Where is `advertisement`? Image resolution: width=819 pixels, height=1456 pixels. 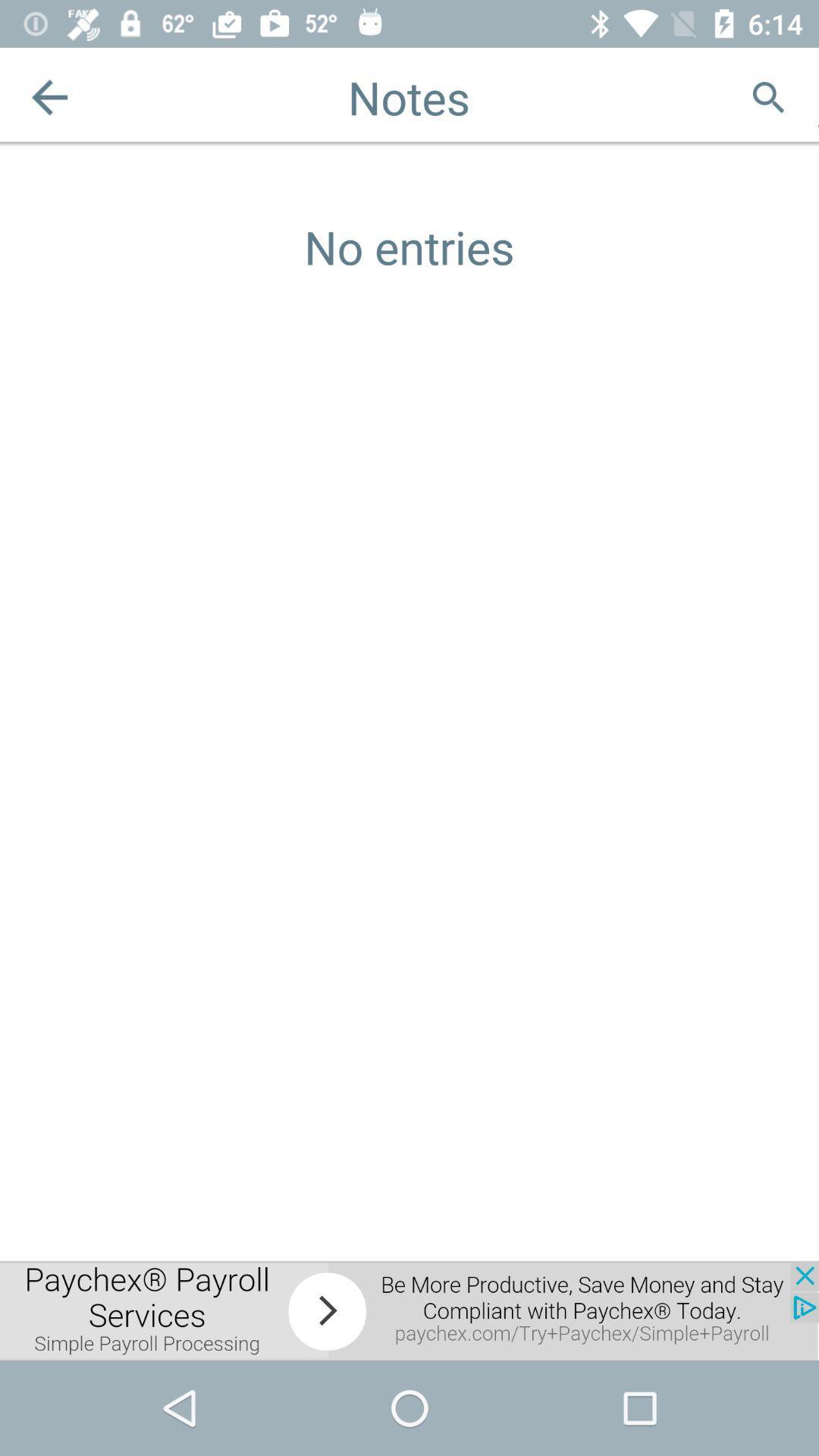
advertisement is located at coordinates (409, 1310).